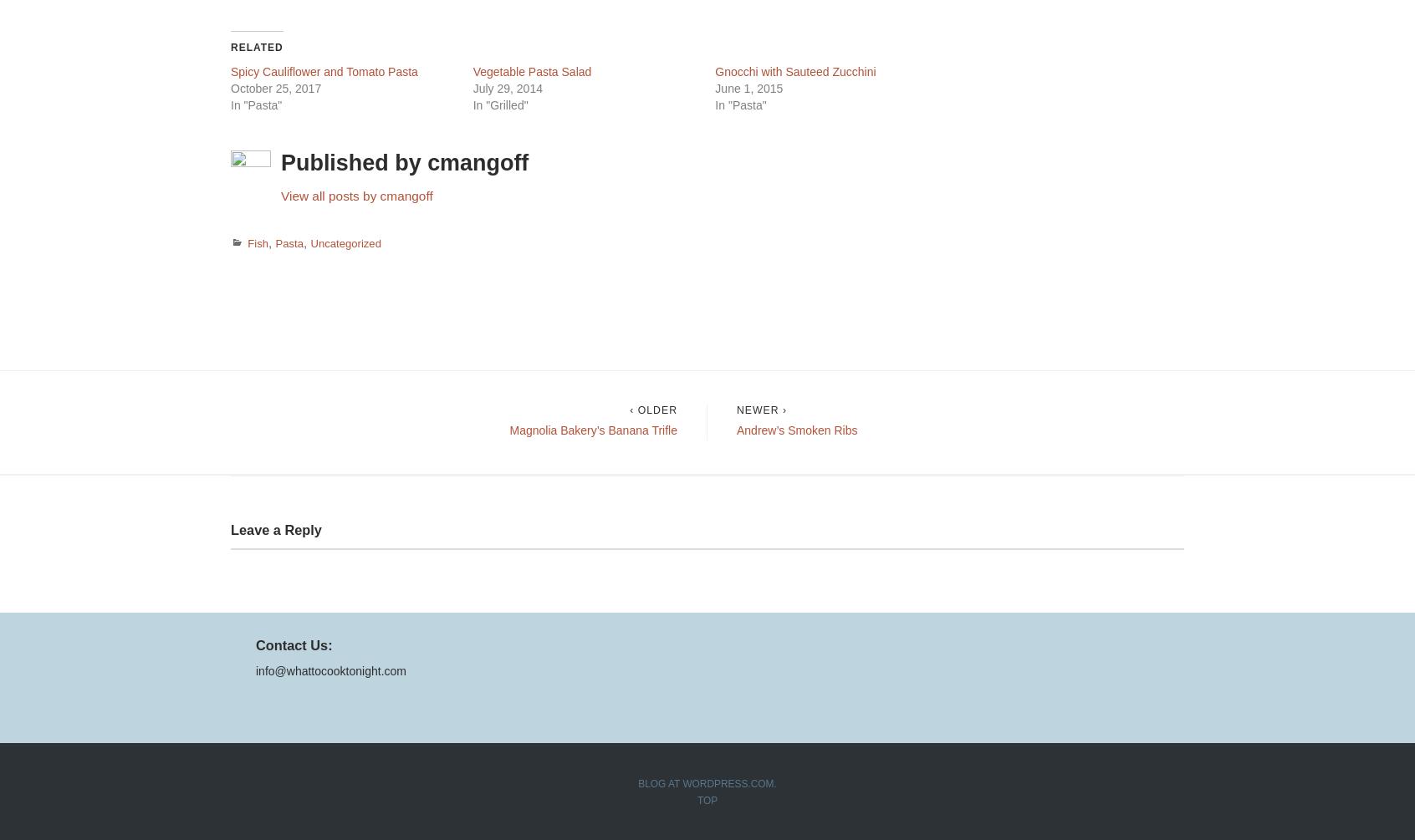 The image size is (1415, 840). I want to click on 'Andrew’s Smoken Ribs', so click(796, 428).